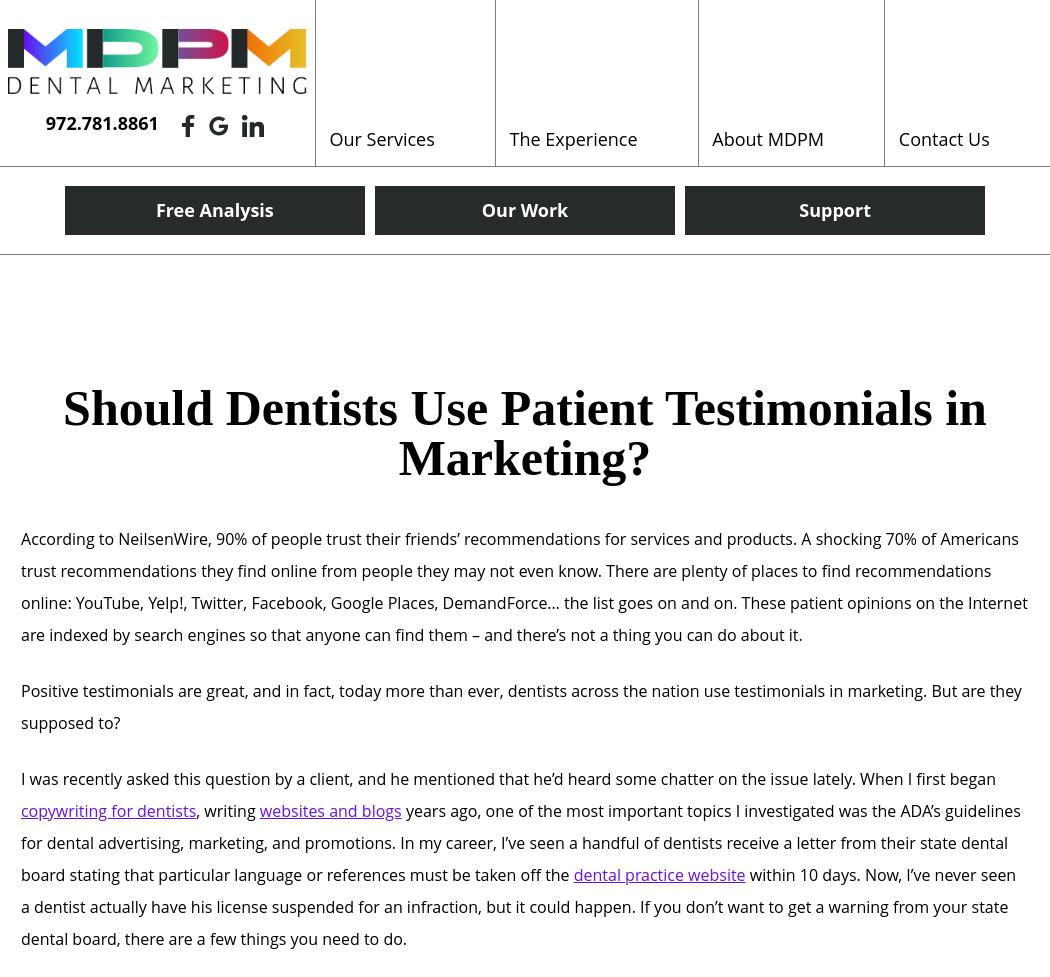 Image resolution: width=1050 pixels, height=977 pixels. Describe the element at coordinates (520, 706) in the screenshot. I see `'Positive testimonials are great, and in fact, today more than ever, dentists across the nation use testimonials in marketing. But are they supposed to?'` at that location.